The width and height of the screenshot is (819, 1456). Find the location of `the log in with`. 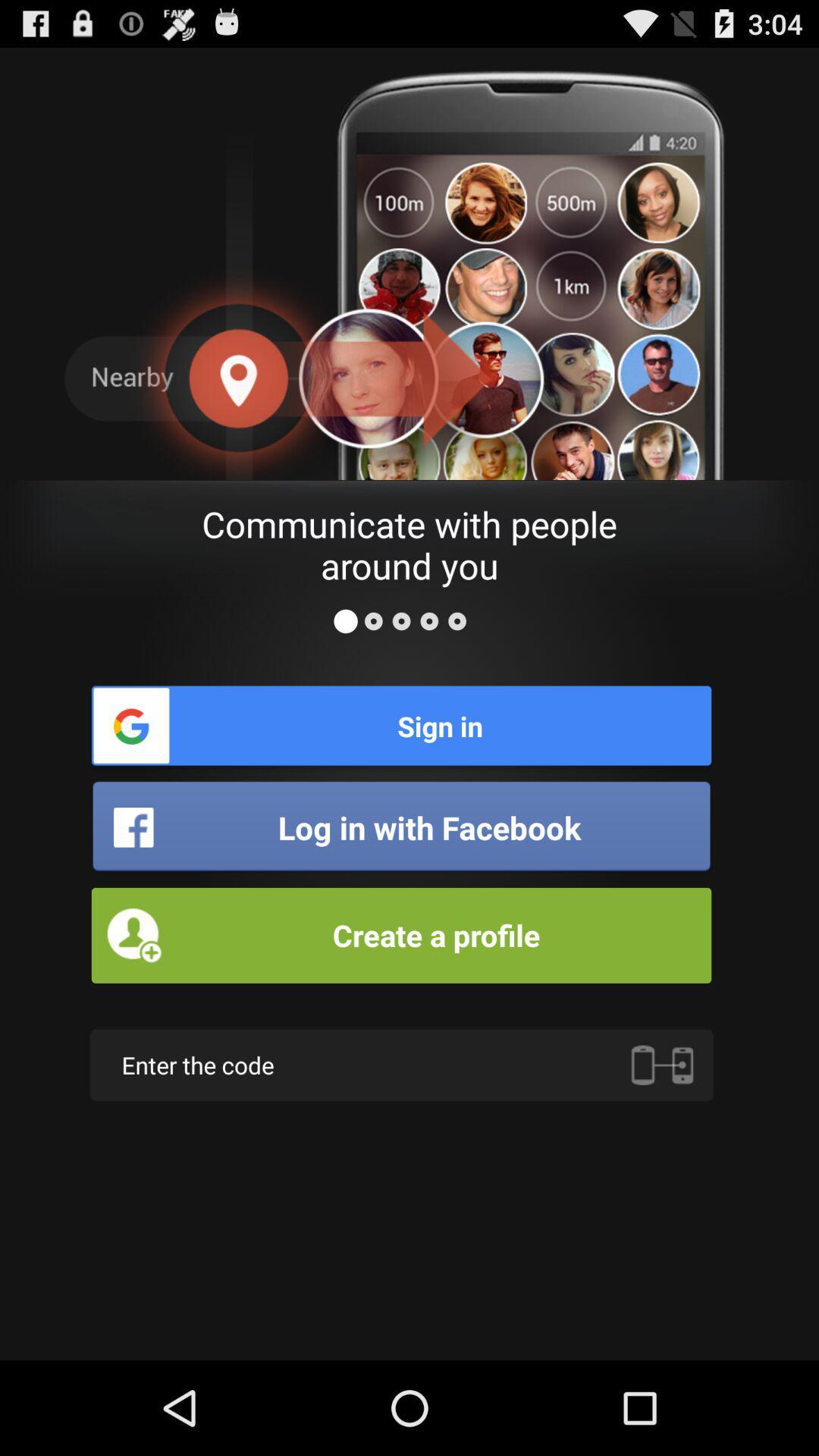

the log in with is located at coordinates (400, 827).